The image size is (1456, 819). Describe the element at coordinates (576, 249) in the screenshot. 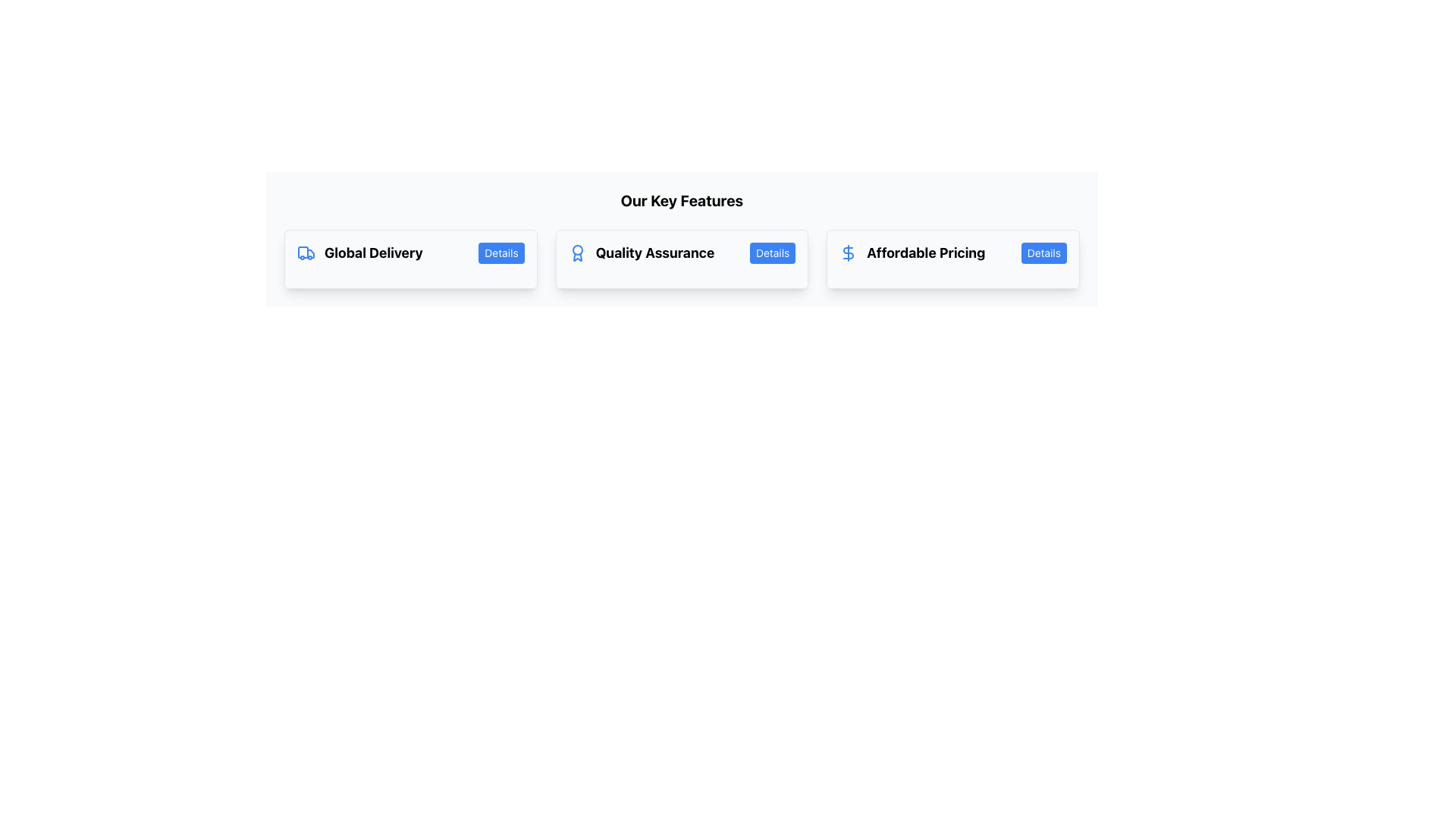

I see `the SVG Circle that represents the 'Quality Assurance' feature card, located at the top-left corner of the text area` at that location.